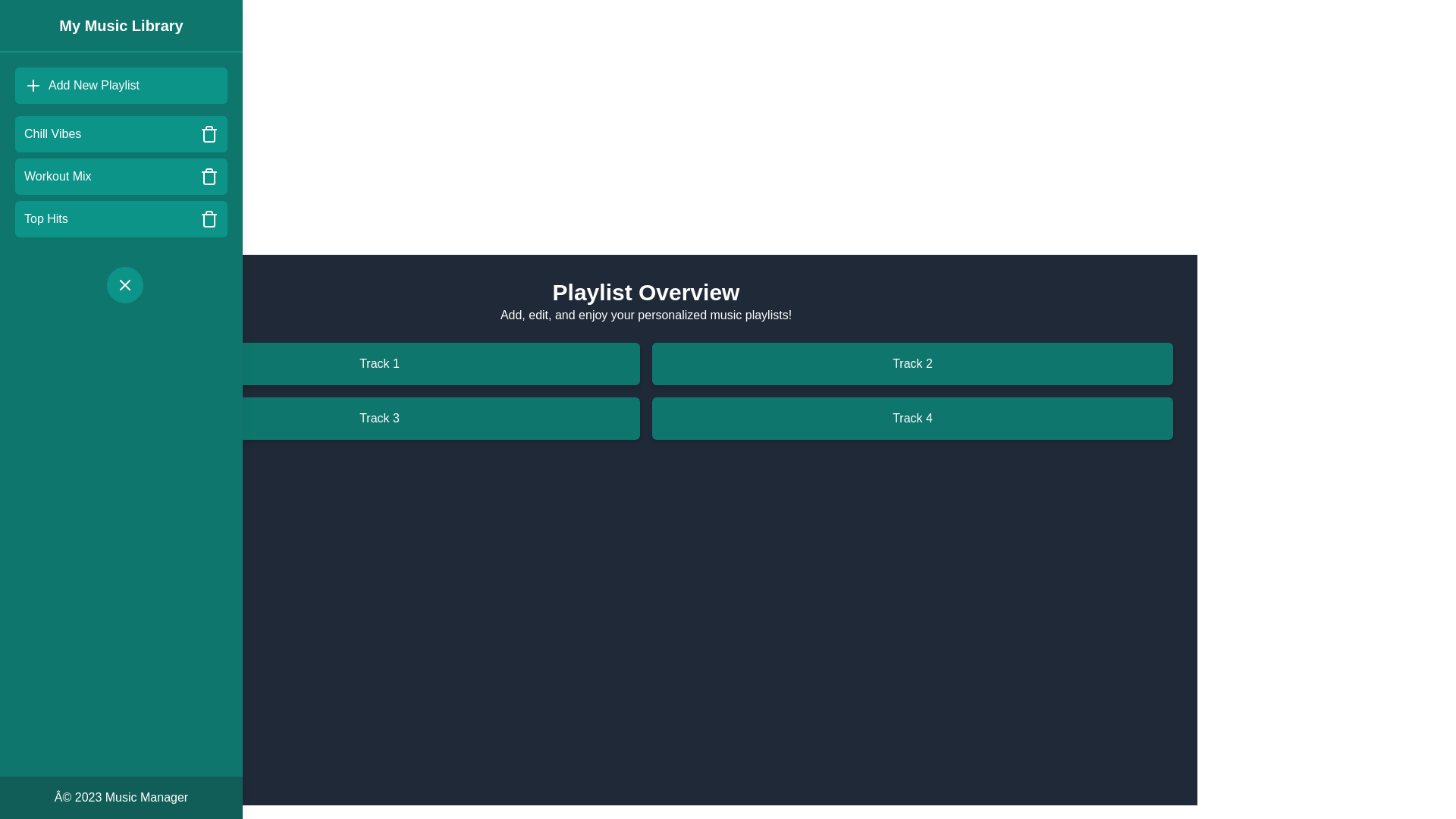 This screenshot has width=1456, height=819. I want to click on the 'Workout Mix' text label in the playlist sidebar, so click(58, 175).